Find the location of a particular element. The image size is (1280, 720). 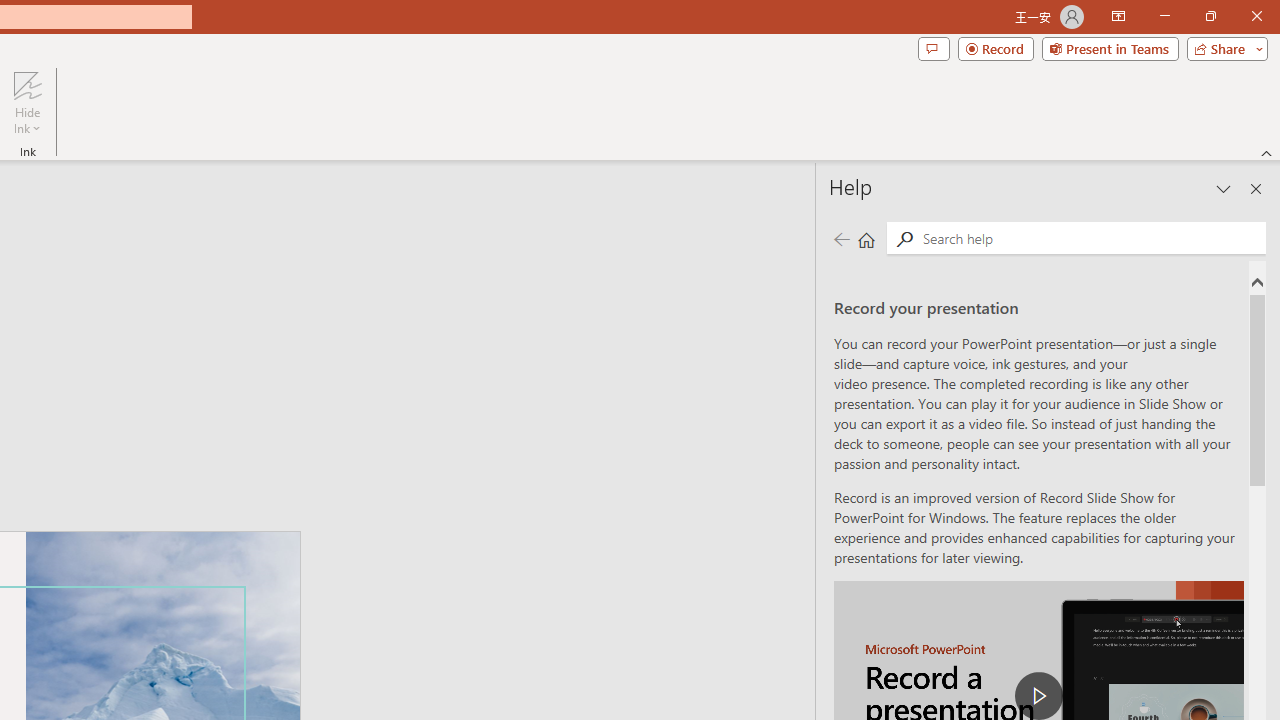

'Previous page' is located at coordinates (841, 238).